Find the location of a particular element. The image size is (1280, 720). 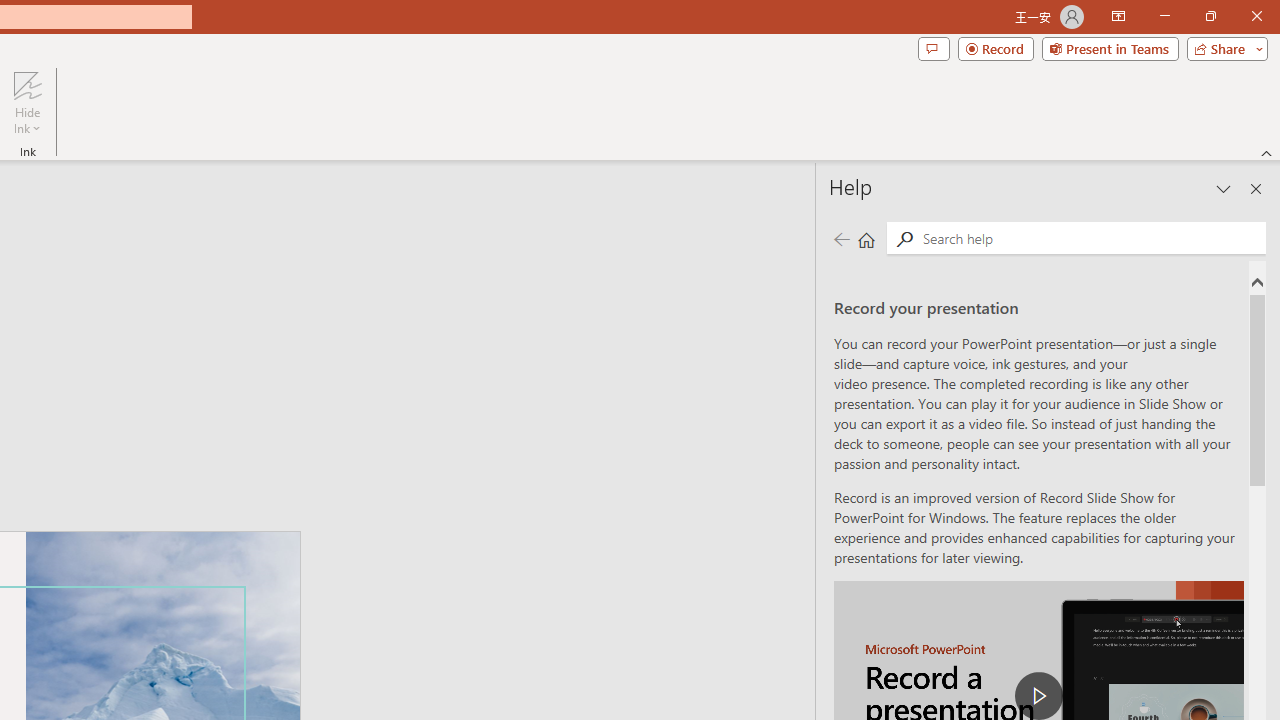

'Previous page' is located at coordinates (841, 238).